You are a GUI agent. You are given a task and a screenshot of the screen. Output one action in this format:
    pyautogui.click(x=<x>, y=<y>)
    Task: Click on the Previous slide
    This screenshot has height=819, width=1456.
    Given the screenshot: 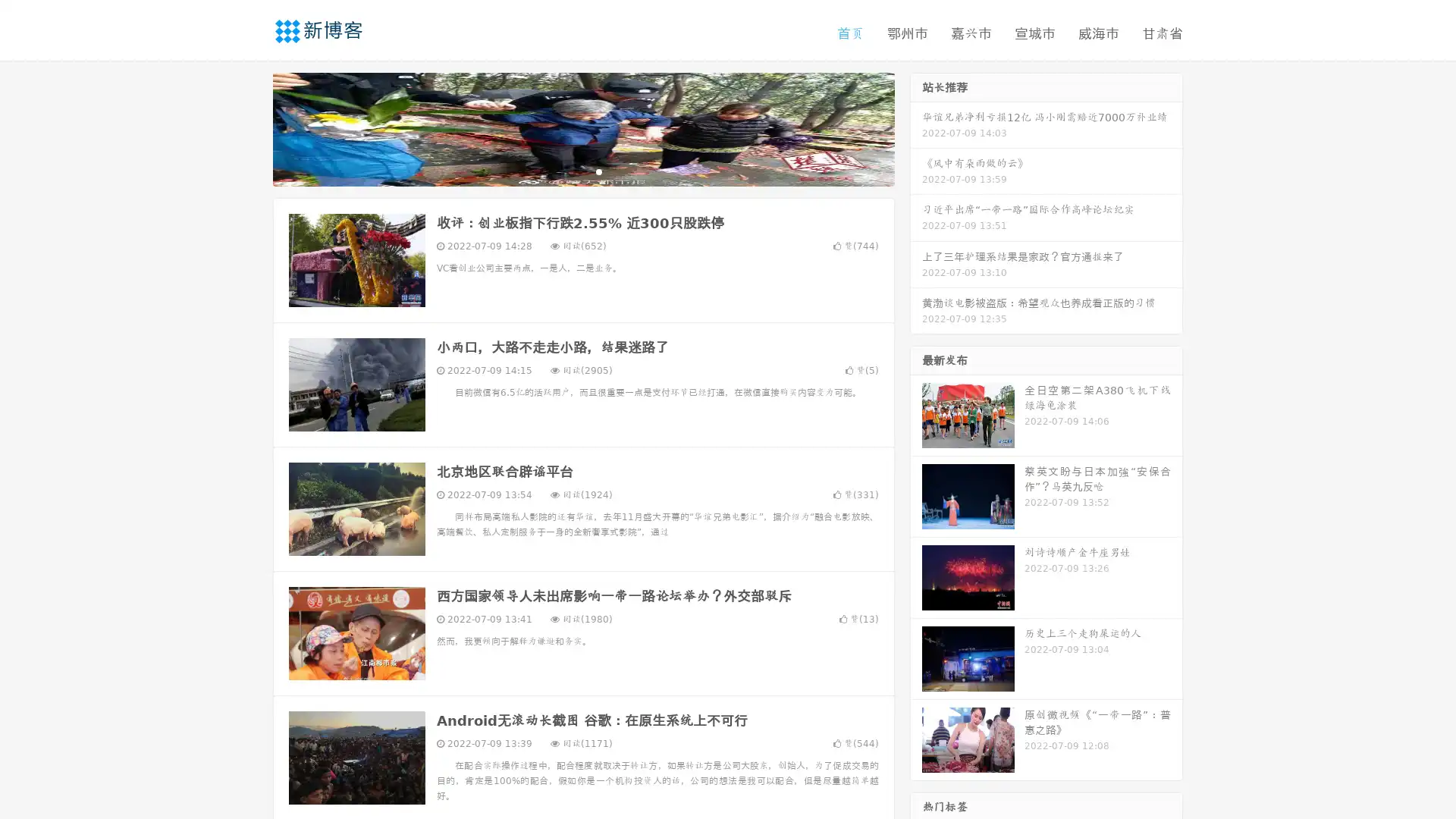 What is the action you would take?
    pyautogui.click(x=250, y=127)
    